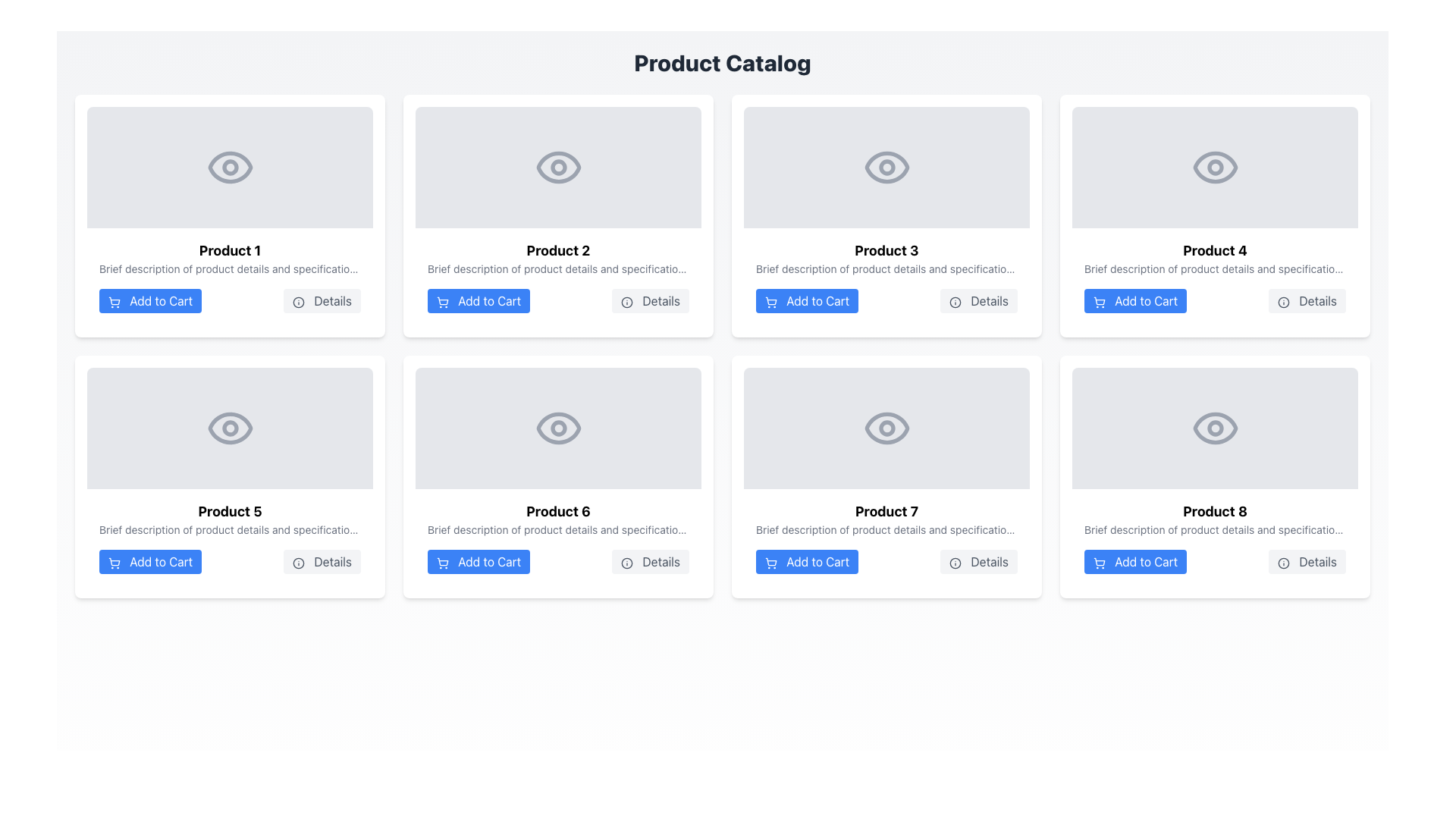 This screenshot has width=1456, height=819. I want to click on the stylized eye icon representing visibility functionality located in the visual preview section of the 'Product 4' card, so click(1215, 167).